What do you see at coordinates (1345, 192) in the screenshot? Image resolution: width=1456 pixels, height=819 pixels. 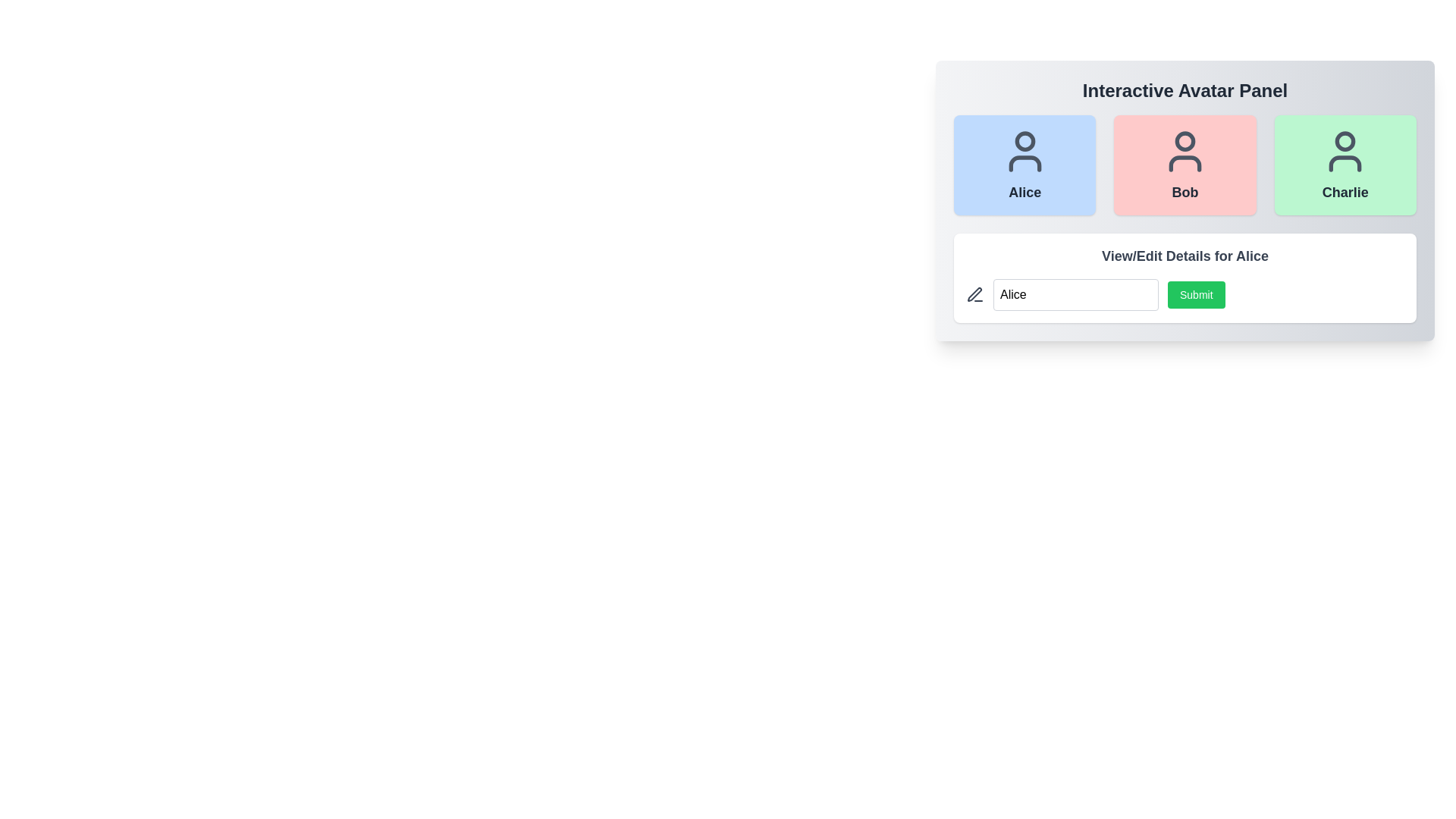 I see `the text label displaying the name 'Charlie' within the card in the 'Interactive Avatar Panel.'` at bounding box center [1345, 192].